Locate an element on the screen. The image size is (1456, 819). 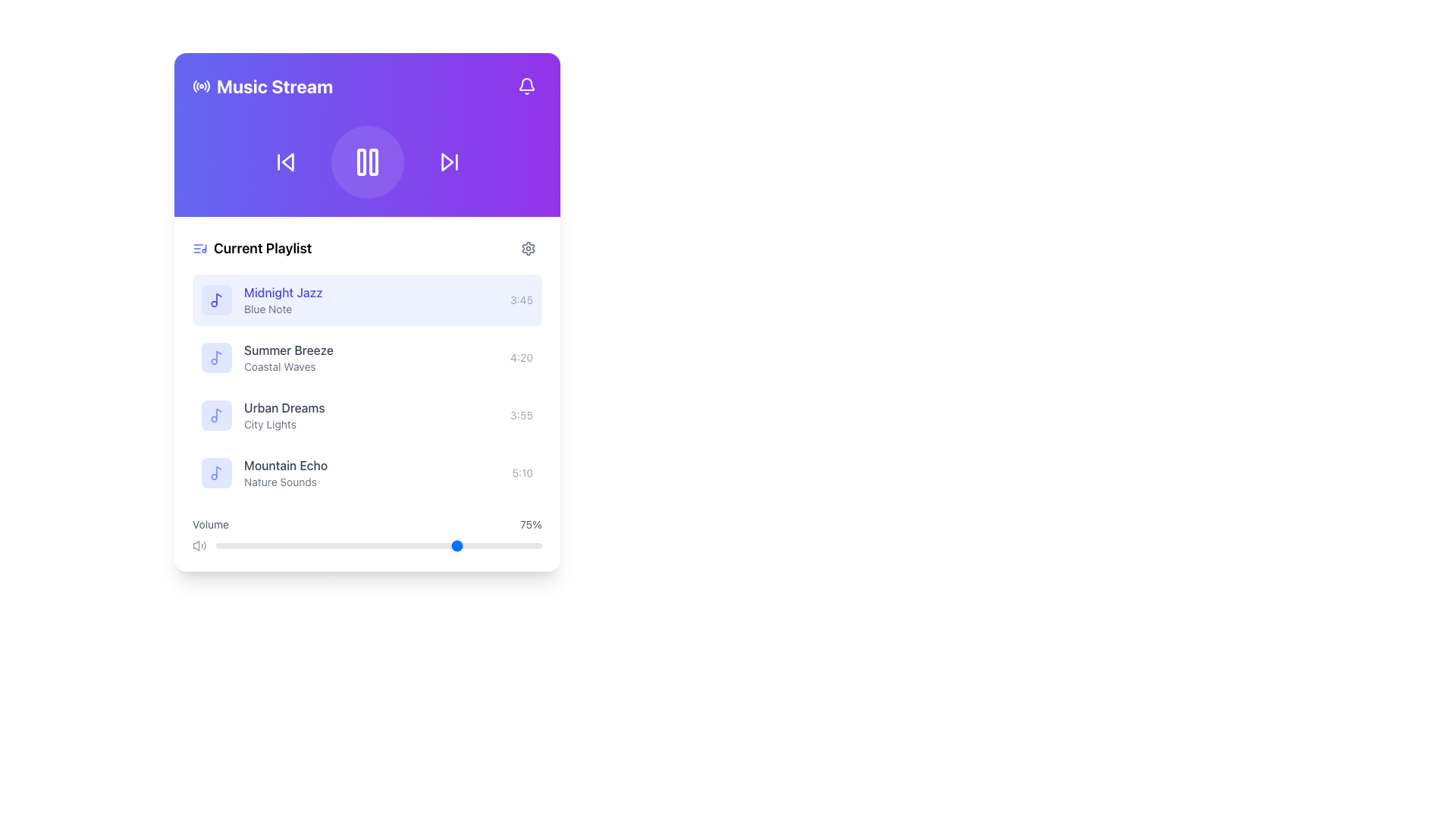
the third item in the vertical playlist that represents a song is located at coordinates (367, 415).